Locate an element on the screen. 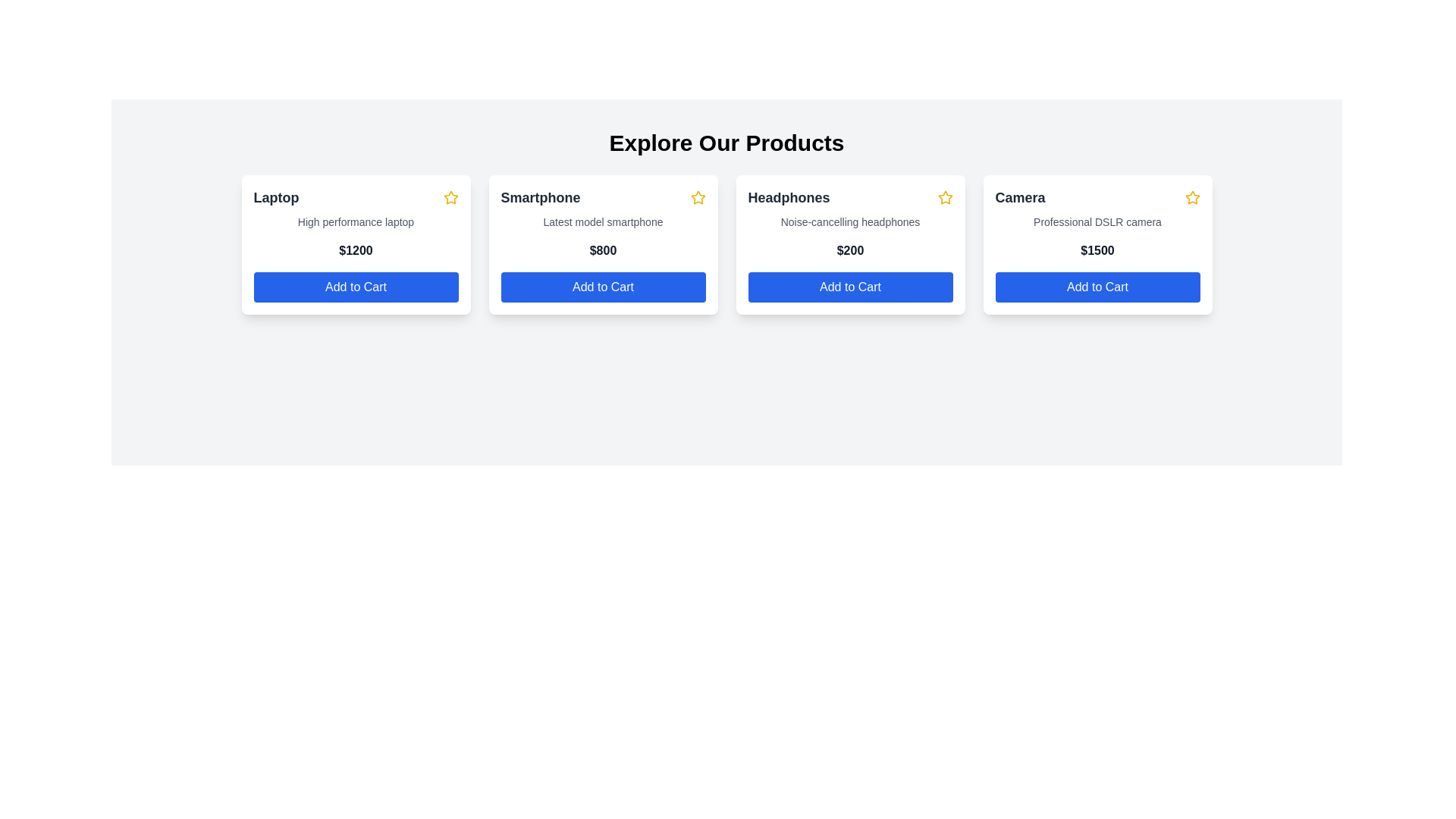 This screenshot has width=1456, height=819. the text label displaying 'High performance laptop' which is located in the middle portion of the 'Laptop' card, situated beneath the title 'Laptop' and above the price '$1200' is located at coordinates (355, 222).